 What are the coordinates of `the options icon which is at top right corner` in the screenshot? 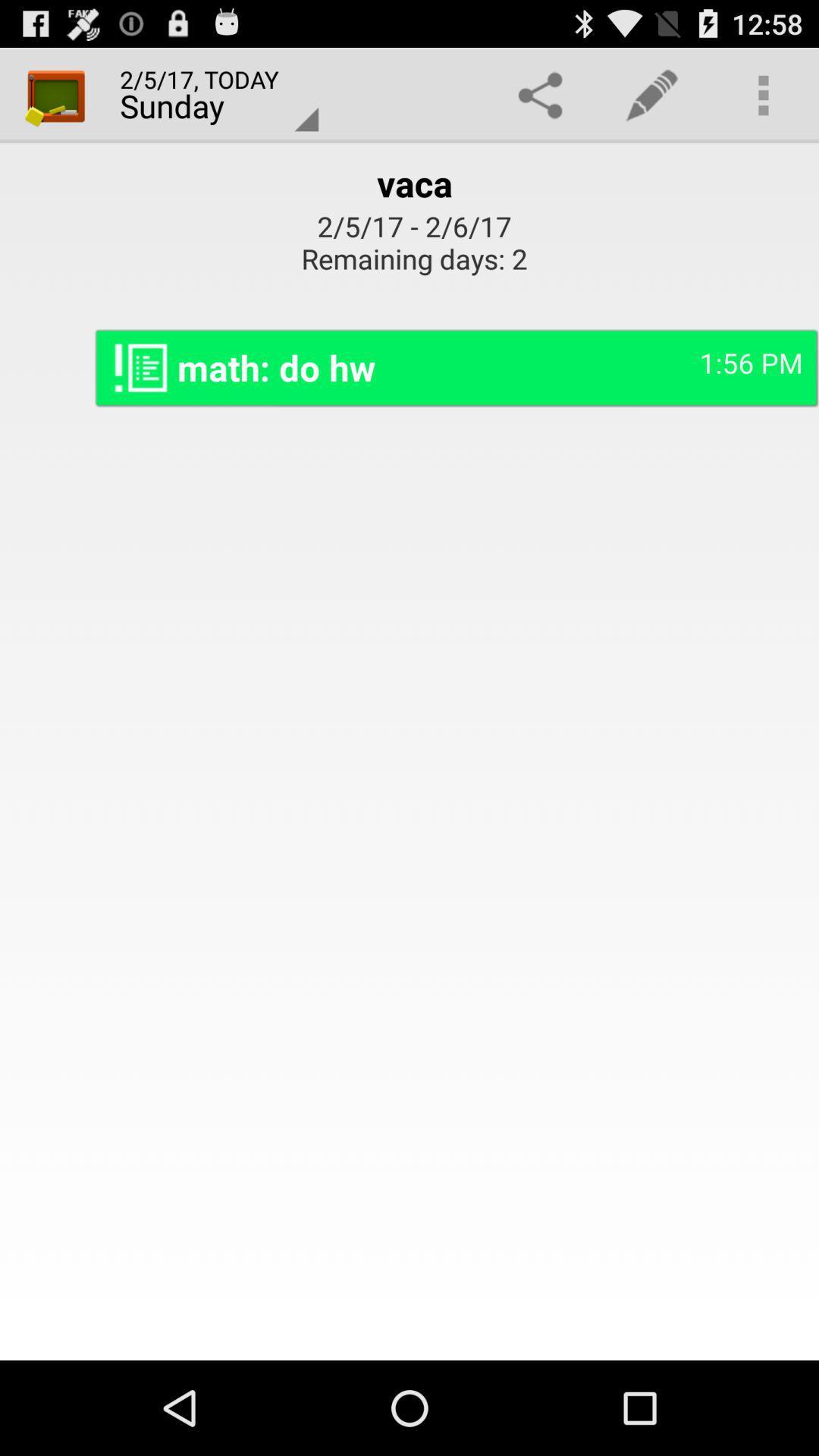 It's located at (763, 94).